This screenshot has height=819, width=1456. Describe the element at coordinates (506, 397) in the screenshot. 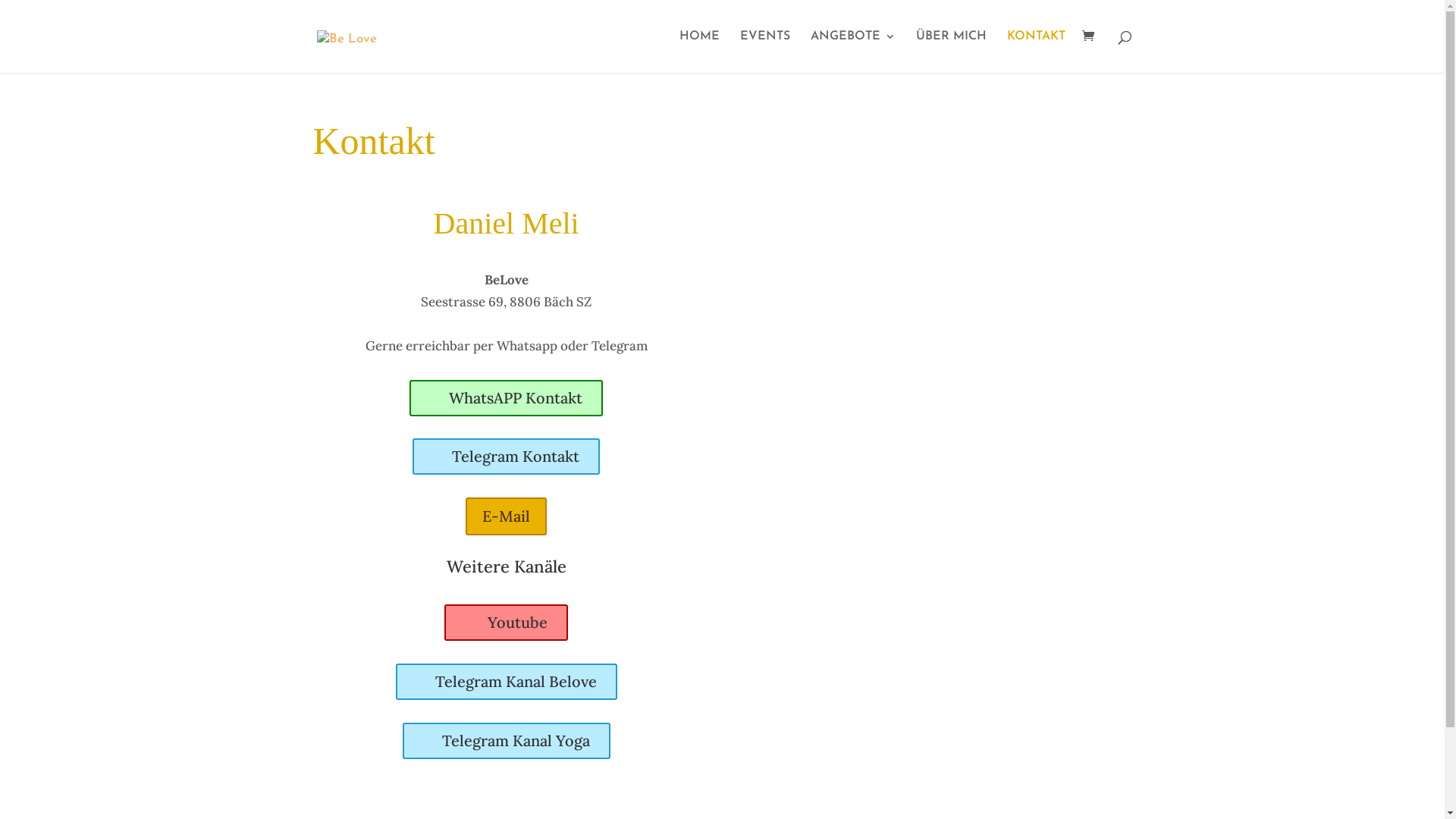

I see `'WhatsAPP Kontakt'` at that location.